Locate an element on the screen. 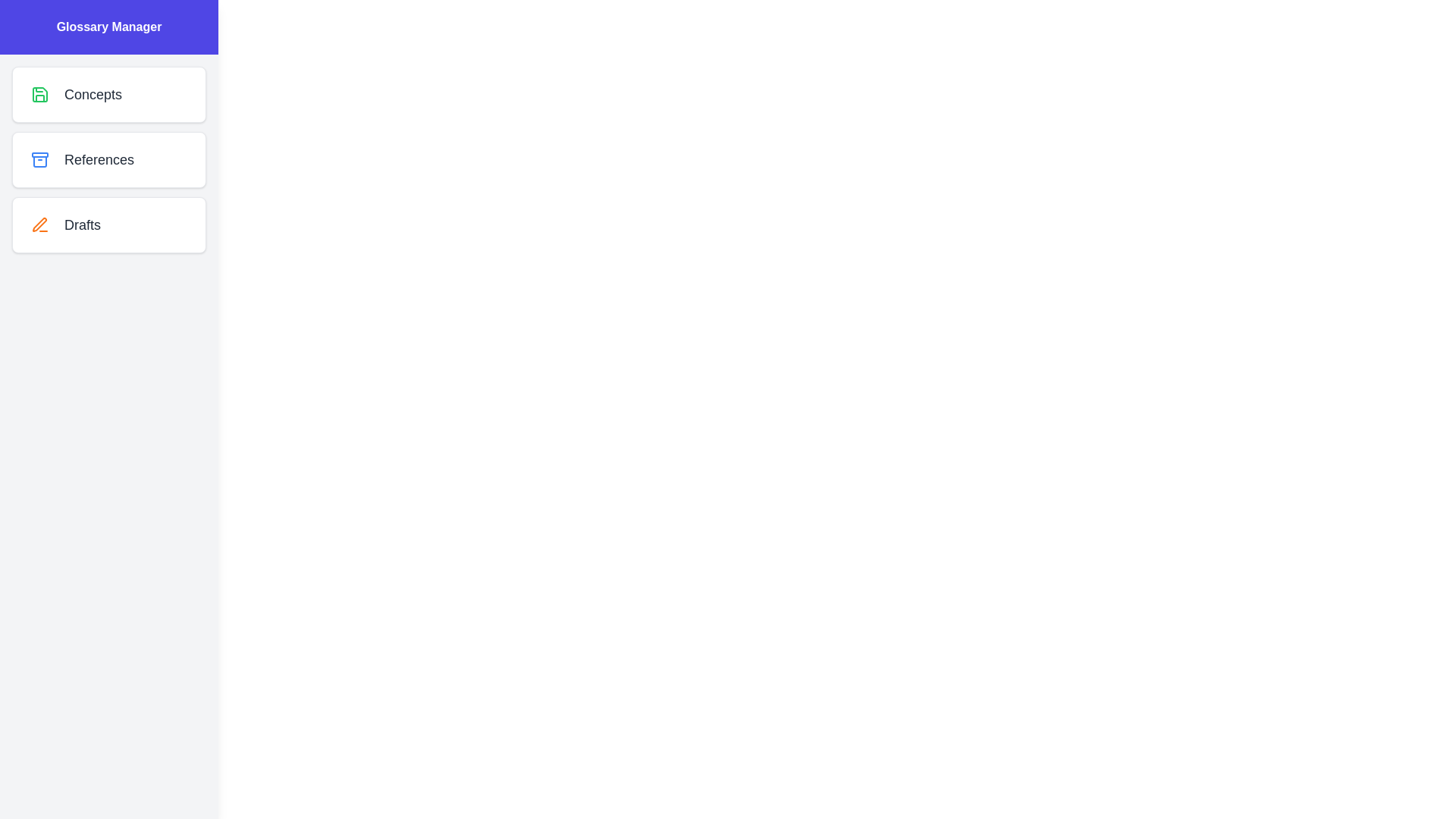 The image size is (1456, 819). the icon next to the Concepts category is located at coordinates (39, 94).